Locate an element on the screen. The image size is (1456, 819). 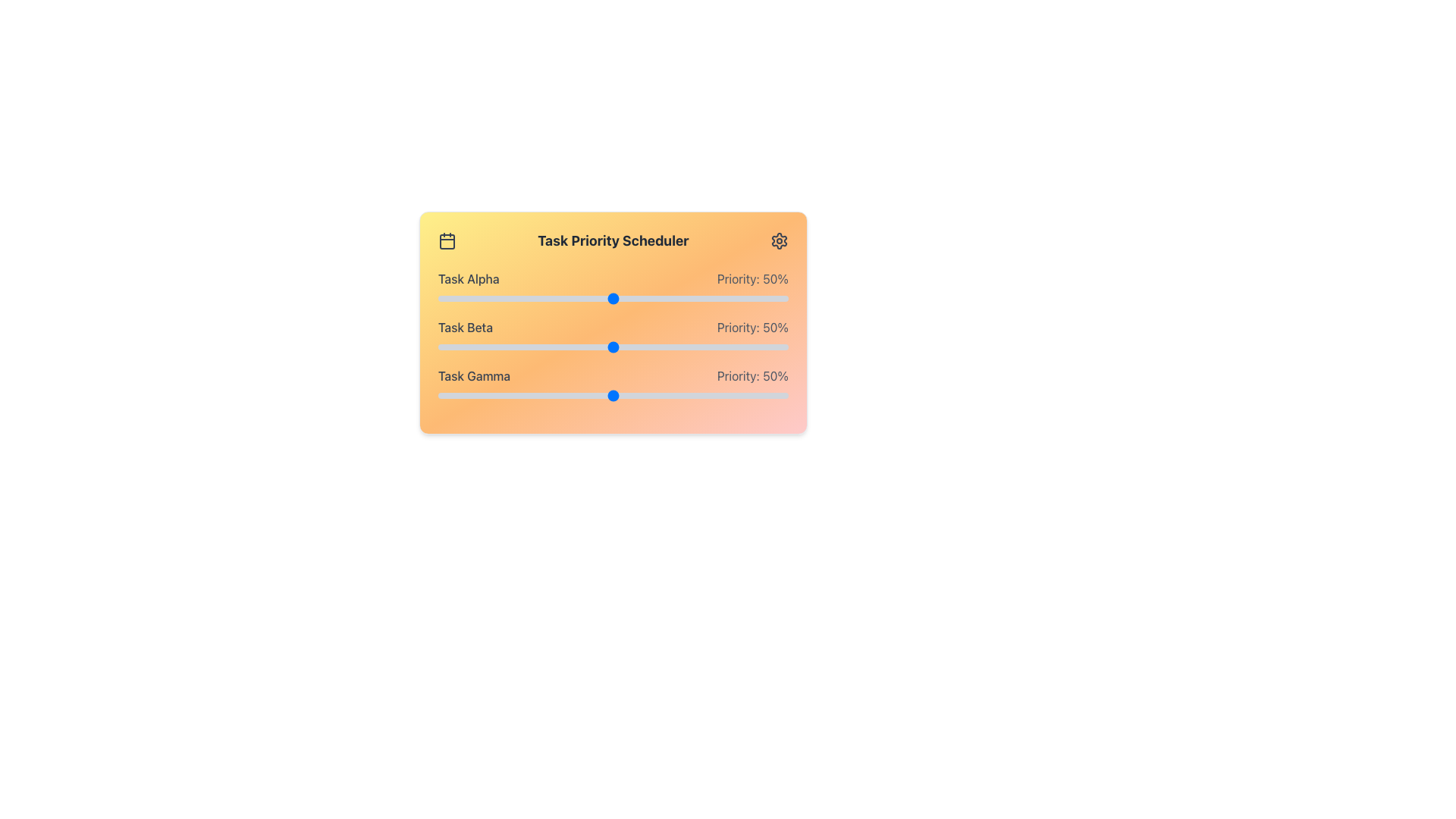
the Informational label displaying 'Task Gamma' and 'Priority: 50%' which is located under 'Task Beta' and above a slider component is located at coordinates (613, 375).